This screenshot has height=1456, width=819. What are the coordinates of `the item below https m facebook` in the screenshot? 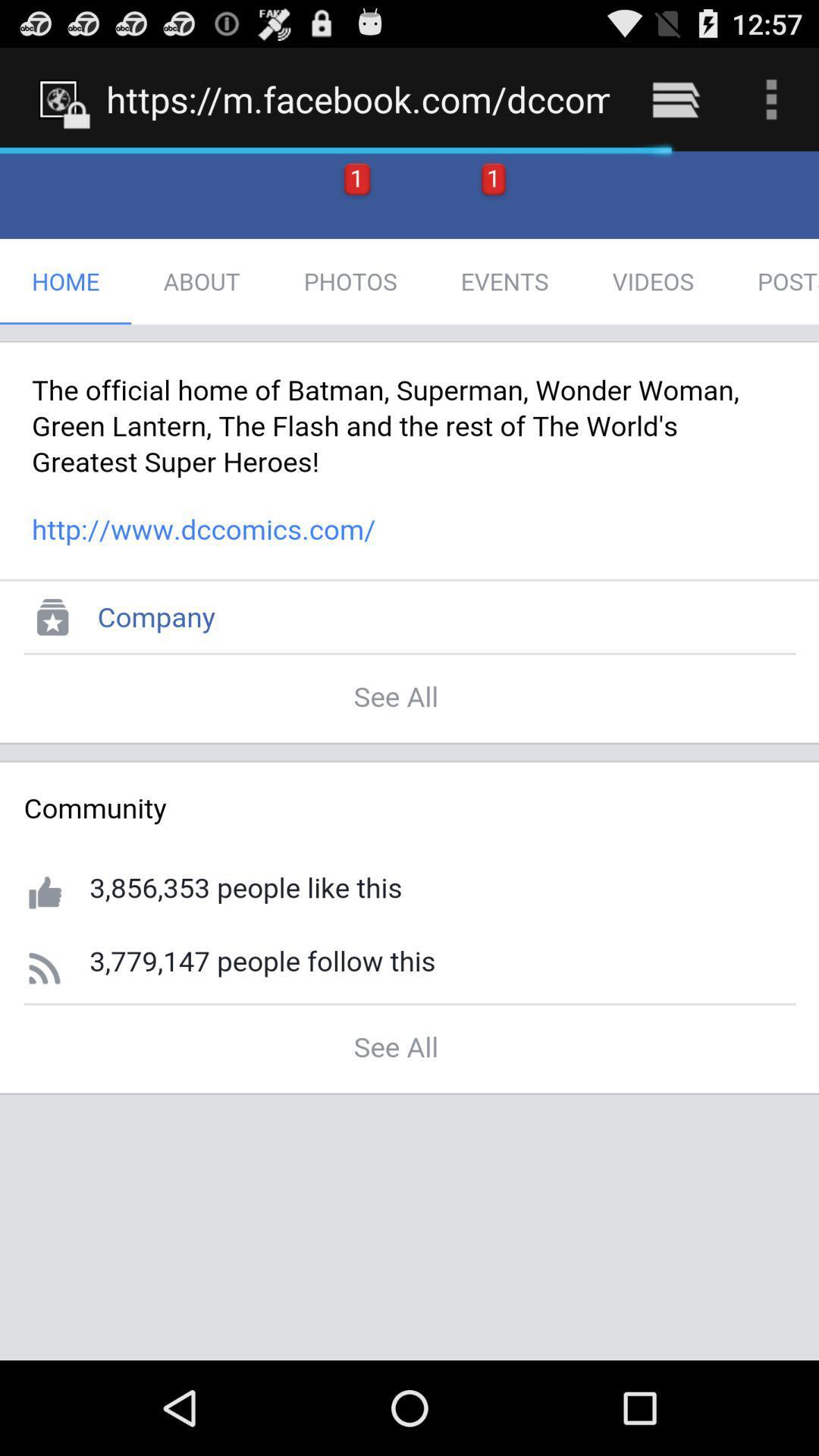 It's located at (409, 755).